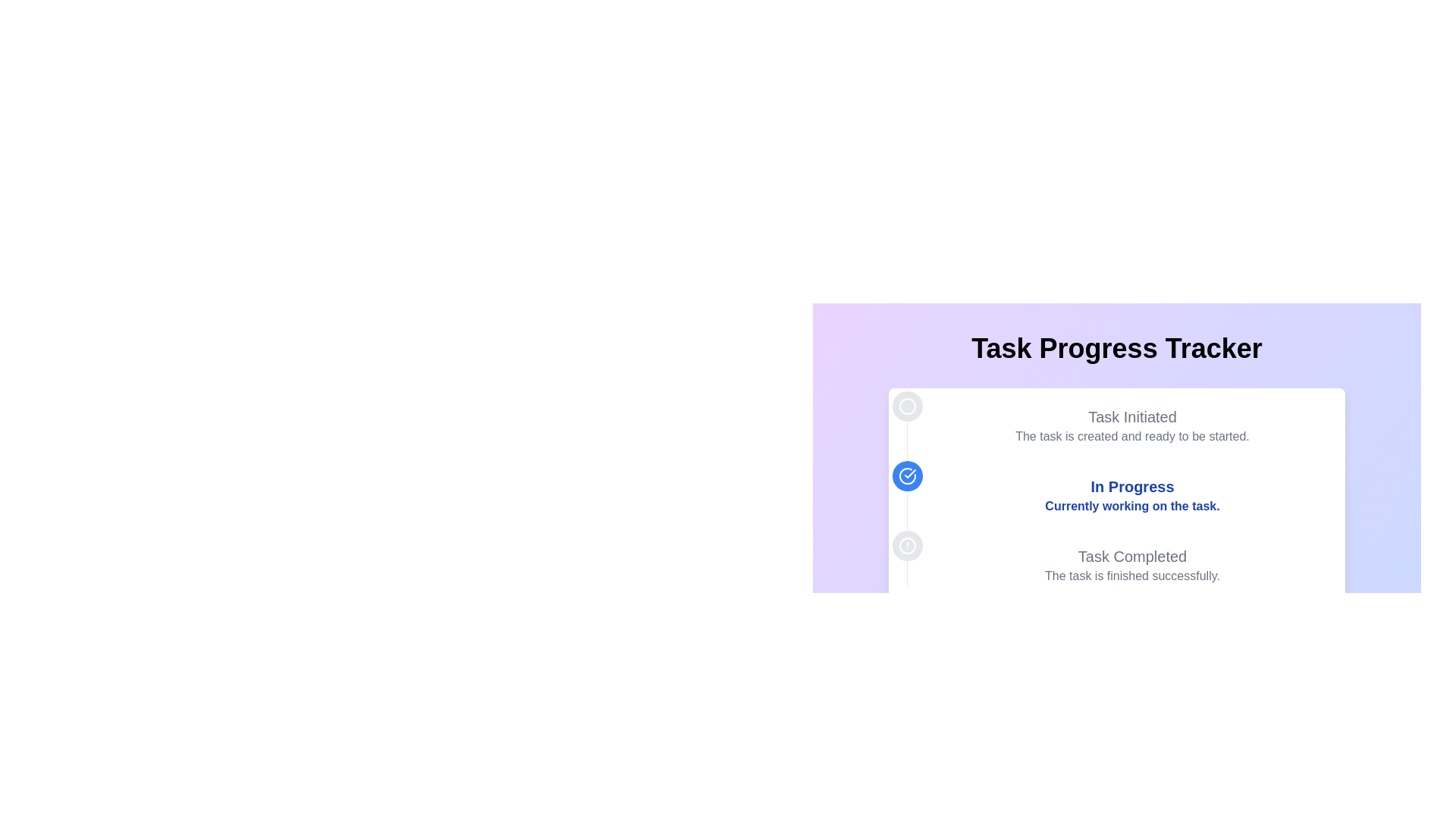  Describe the element at coordinates (908, 406) in the screenshot. I see `the topmost circle of the vertical row of three progress markers on the left side of the progress tracker interface, which indicates progress or an active state` at that location.